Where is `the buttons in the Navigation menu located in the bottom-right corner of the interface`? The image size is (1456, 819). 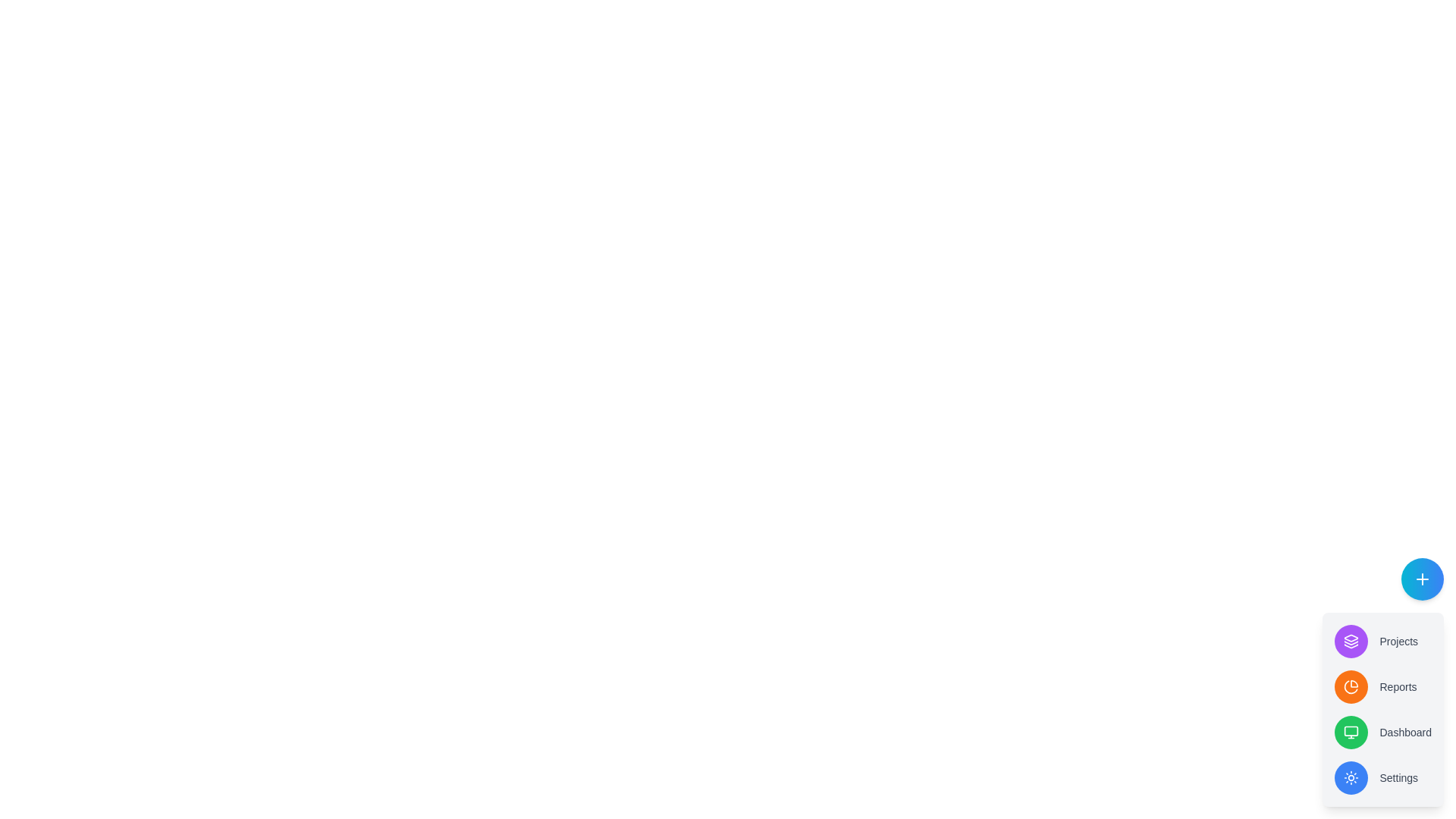
the buttons in the Navigation menu located in the bottom-right corner of the interface is located at coordinates (1382, 710).